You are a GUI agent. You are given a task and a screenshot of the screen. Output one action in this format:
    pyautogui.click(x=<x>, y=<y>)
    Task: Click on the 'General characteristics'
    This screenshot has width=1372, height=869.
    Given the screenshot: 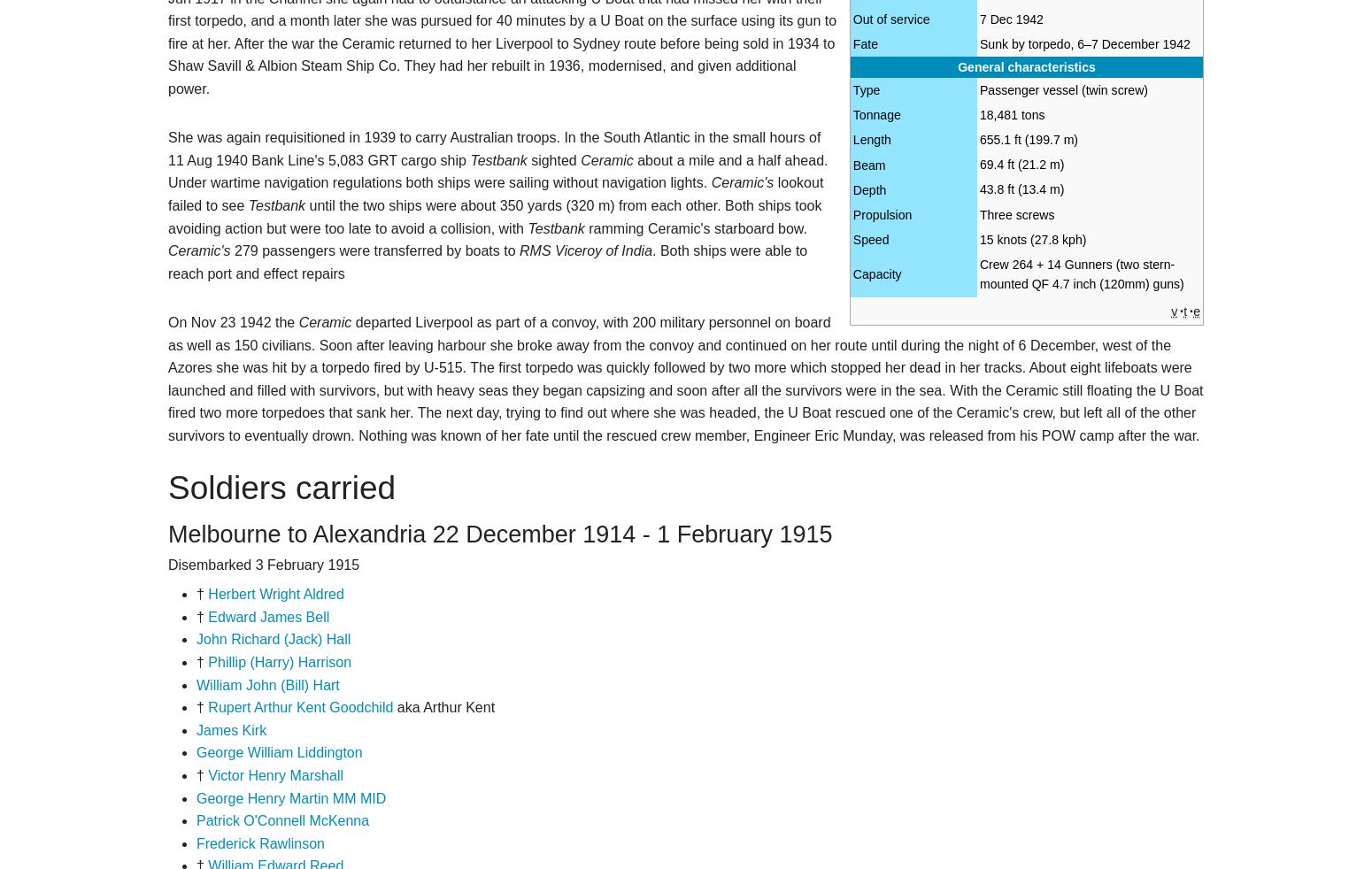 What is the action you would take?
    pyautogui.click(x=1025, y=66)
    